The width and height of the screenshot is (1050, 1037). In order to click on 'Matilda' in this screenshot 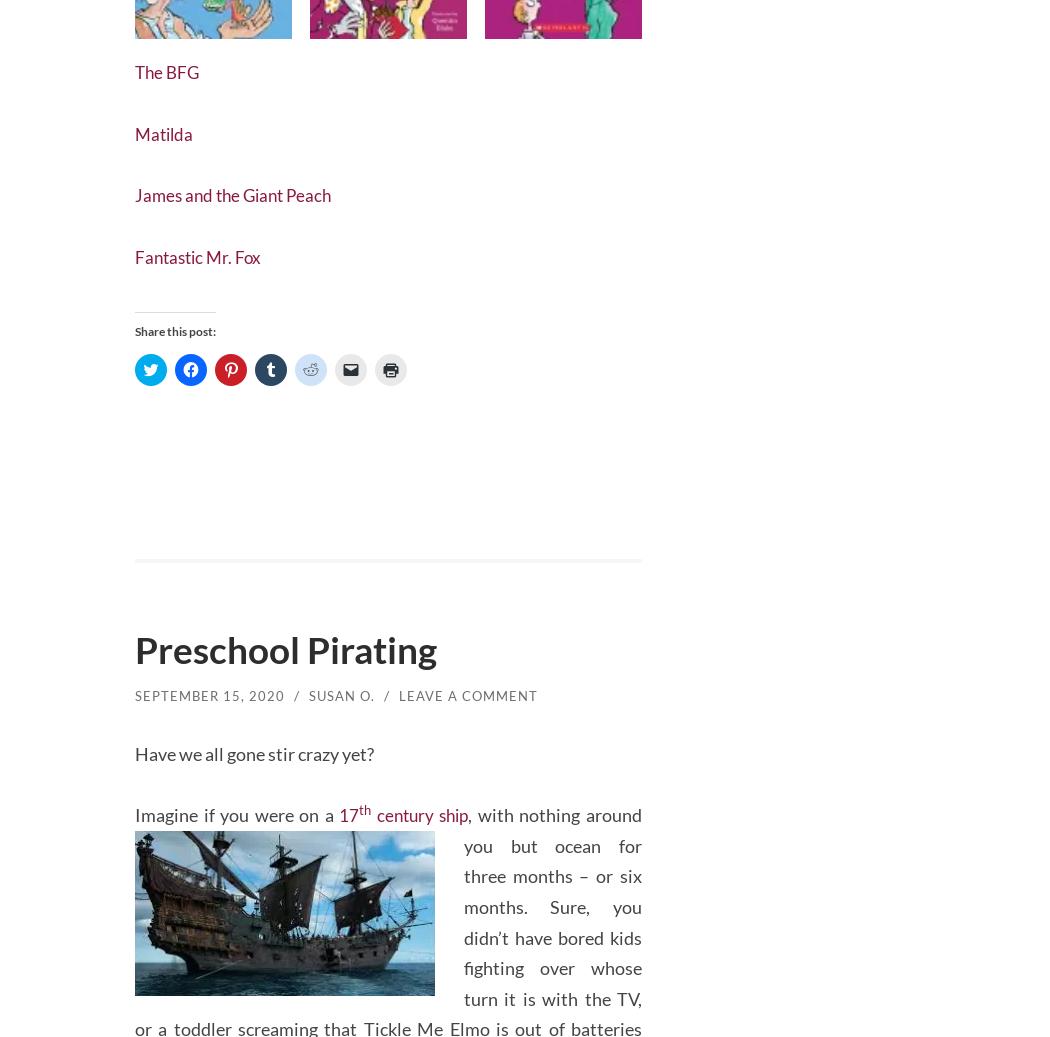, I will do `click(166, 128)`.